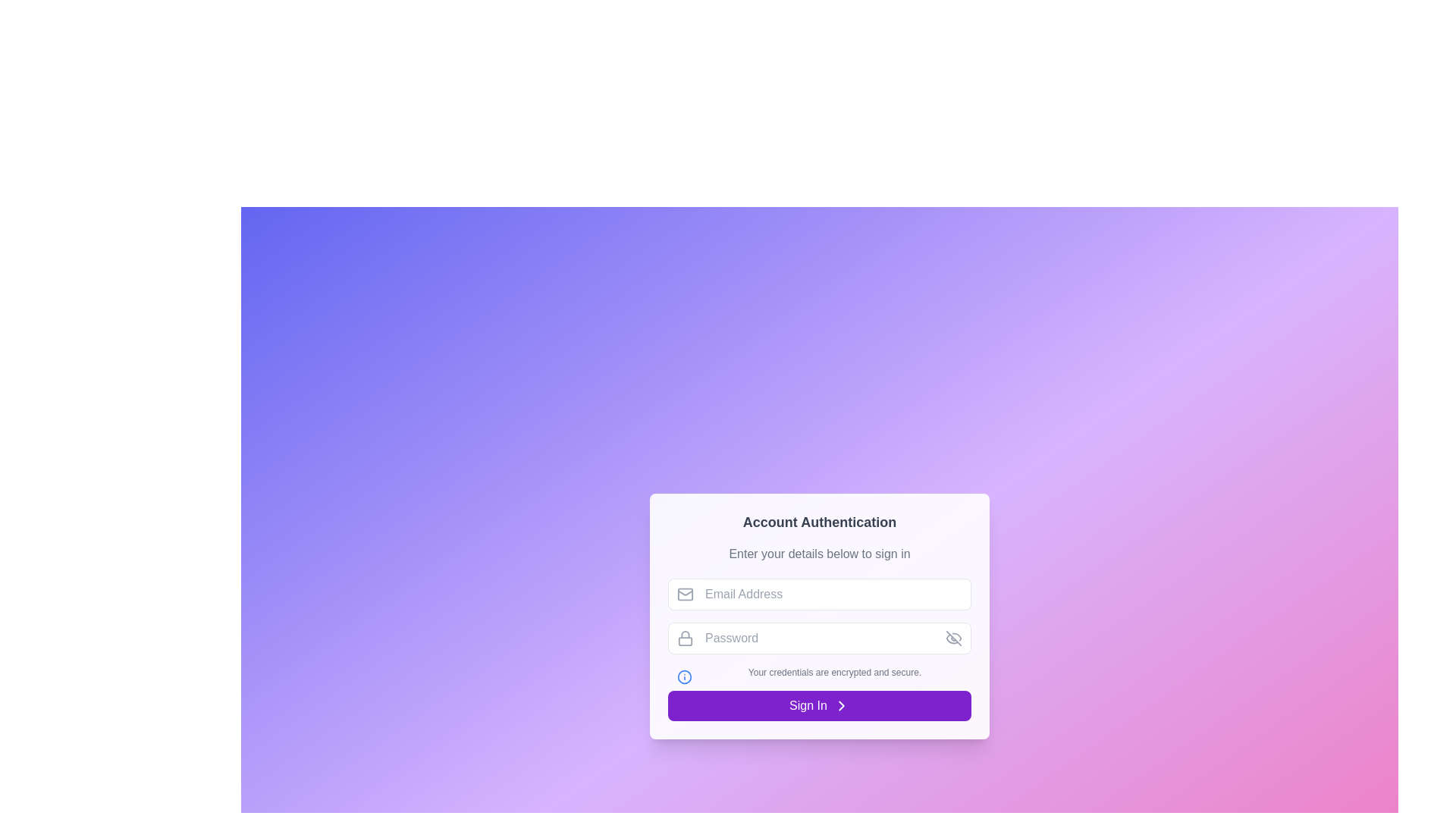  What do you see at coordinates (683, 676) in the screenshot?
I see `the informational icon located near the bottom of the form, to the left of the text 'Your credentials are encrypted and secure.'` at bounding box center [683, 676].